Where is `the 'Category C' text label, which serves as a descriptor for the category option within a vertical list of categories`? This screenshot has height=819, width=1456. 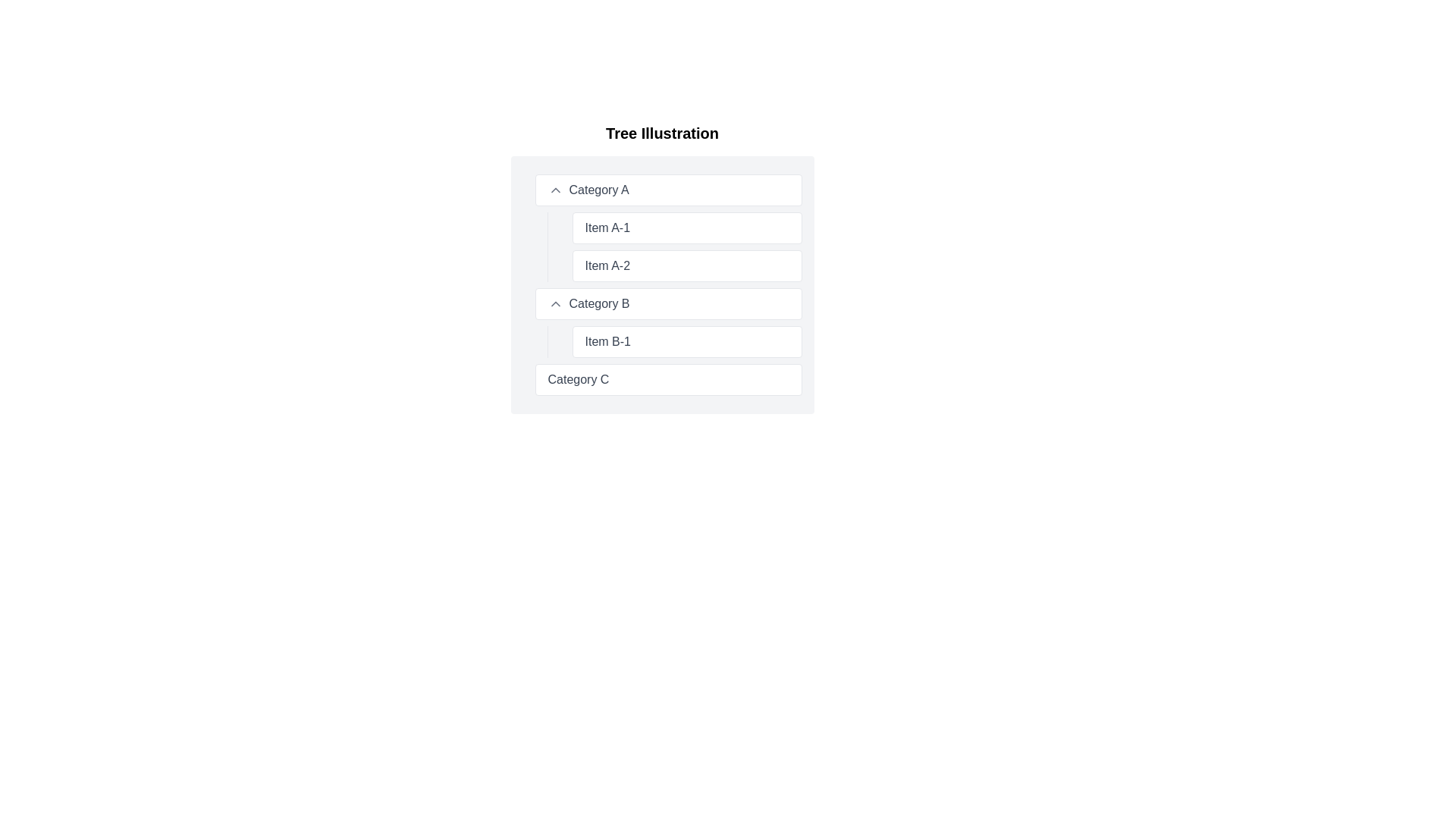
the 'Category C' text label, which serves as a descriptor for the category option within a vertical list of categories is located at coordinates (578, 379).